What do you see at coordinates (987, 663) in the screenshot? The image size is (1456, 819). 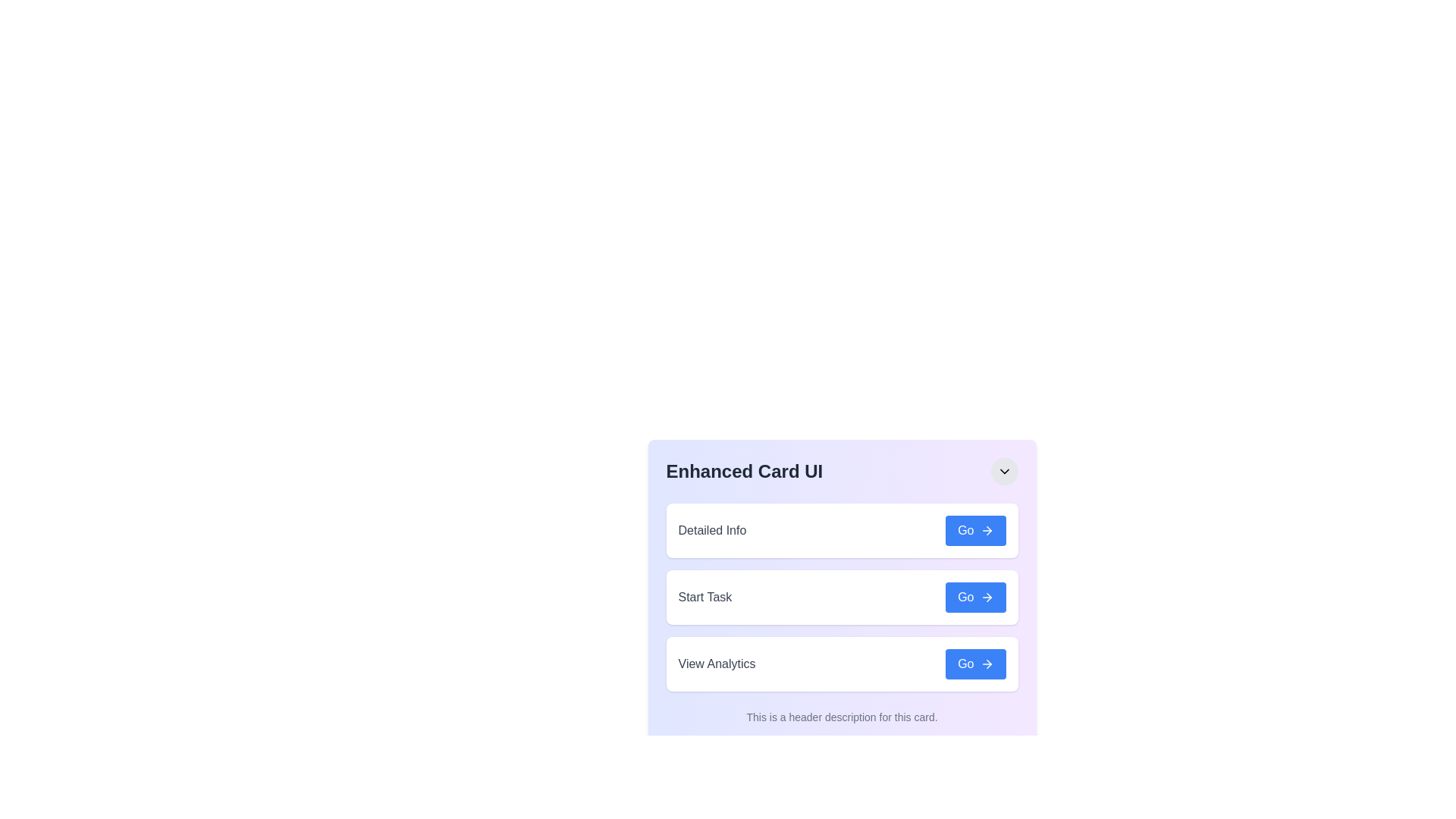 I see `the right-pointing arrow icon within the blue 'Go' button located on the 'View Analytics' line of the card to proceed to the next step` at bounding box center [987, 663].